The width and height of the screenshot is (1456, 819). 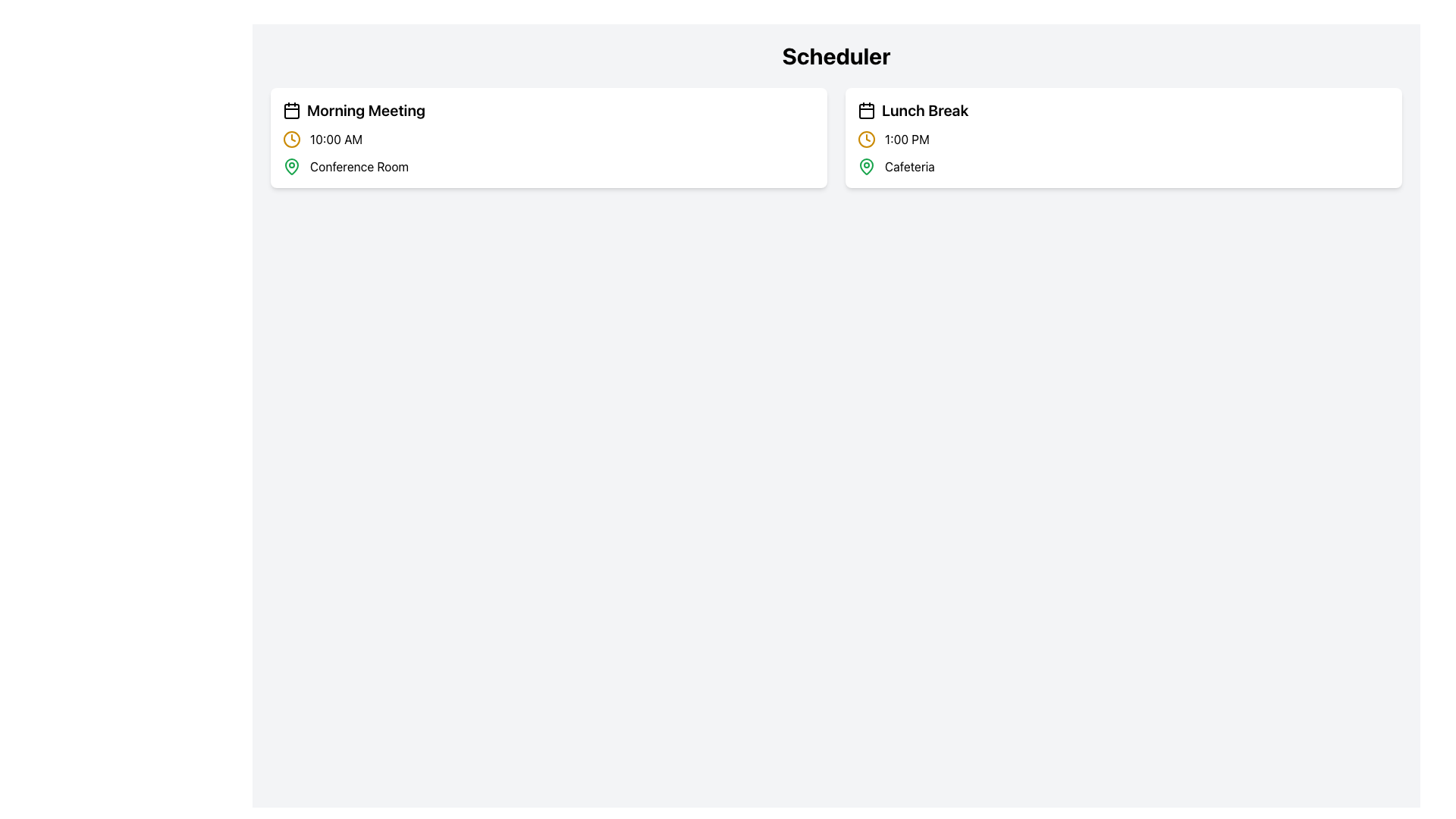 What do you see at coordinates (291, 110) in the screenshot?
I see `the icon representing the 'Morning Meeting' event, located in the left card under the 'Scheduler' header, preceding the text 'Morning Meeting'` at bounding box center [291, 110].